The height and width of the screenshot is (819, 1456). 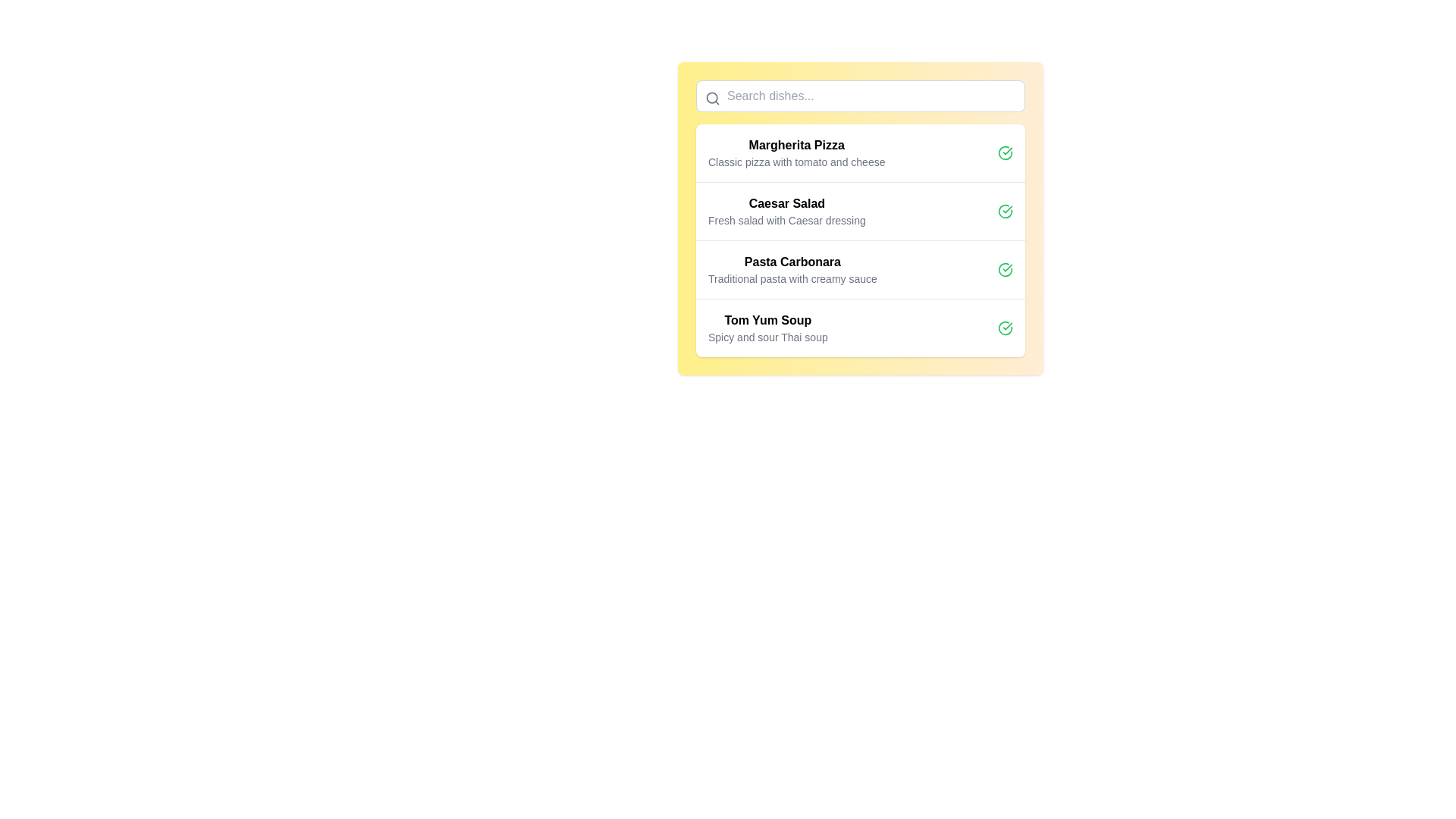 What do you see at coordinates (795, 152) in the screenshot?
I see `the 'Margherita Pizza' menu item label, which includes its title and description, located just below the search bar in the menu item list` at bounding box center [795, 152].